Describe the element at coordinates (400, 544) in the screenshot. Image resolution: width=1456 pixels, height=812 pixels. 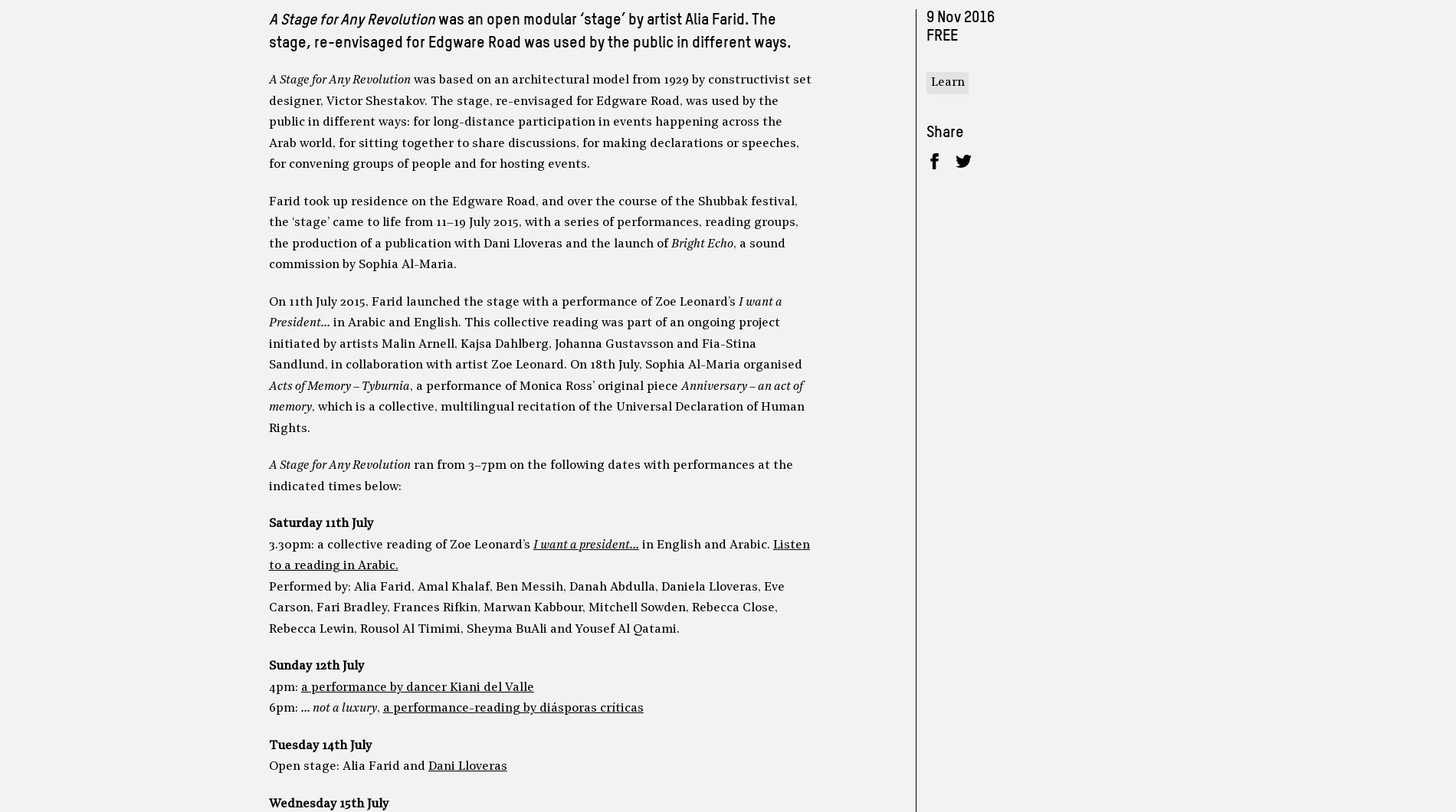
I see `'3.30pm: a collective reading of Zoe Leonard’s'` at that location.